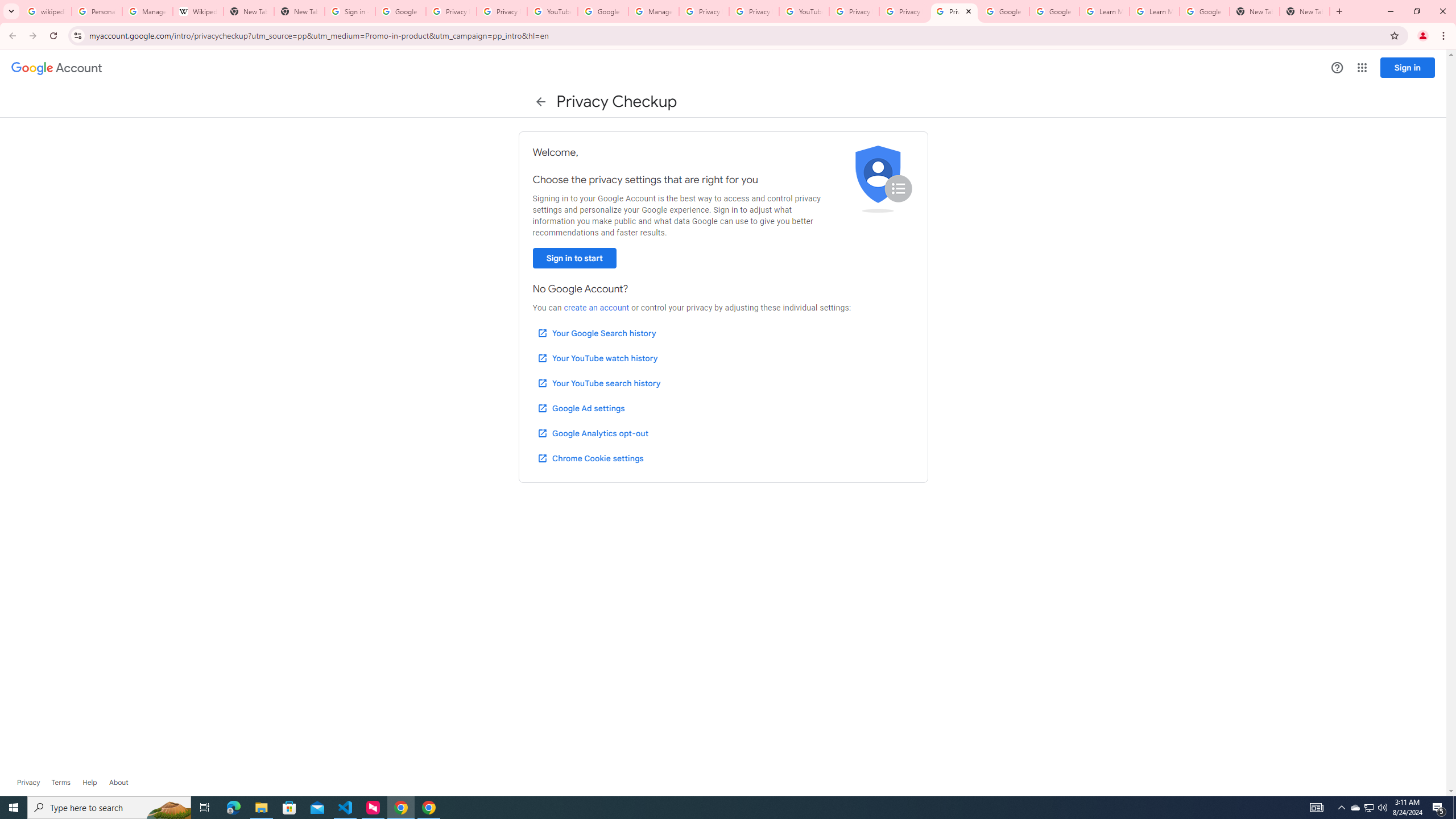 The image size is (1456, 819). Describe the element at coordinates (400, 11) in the screenshot. I see `'Google Drive: Sign-in'` at that location.